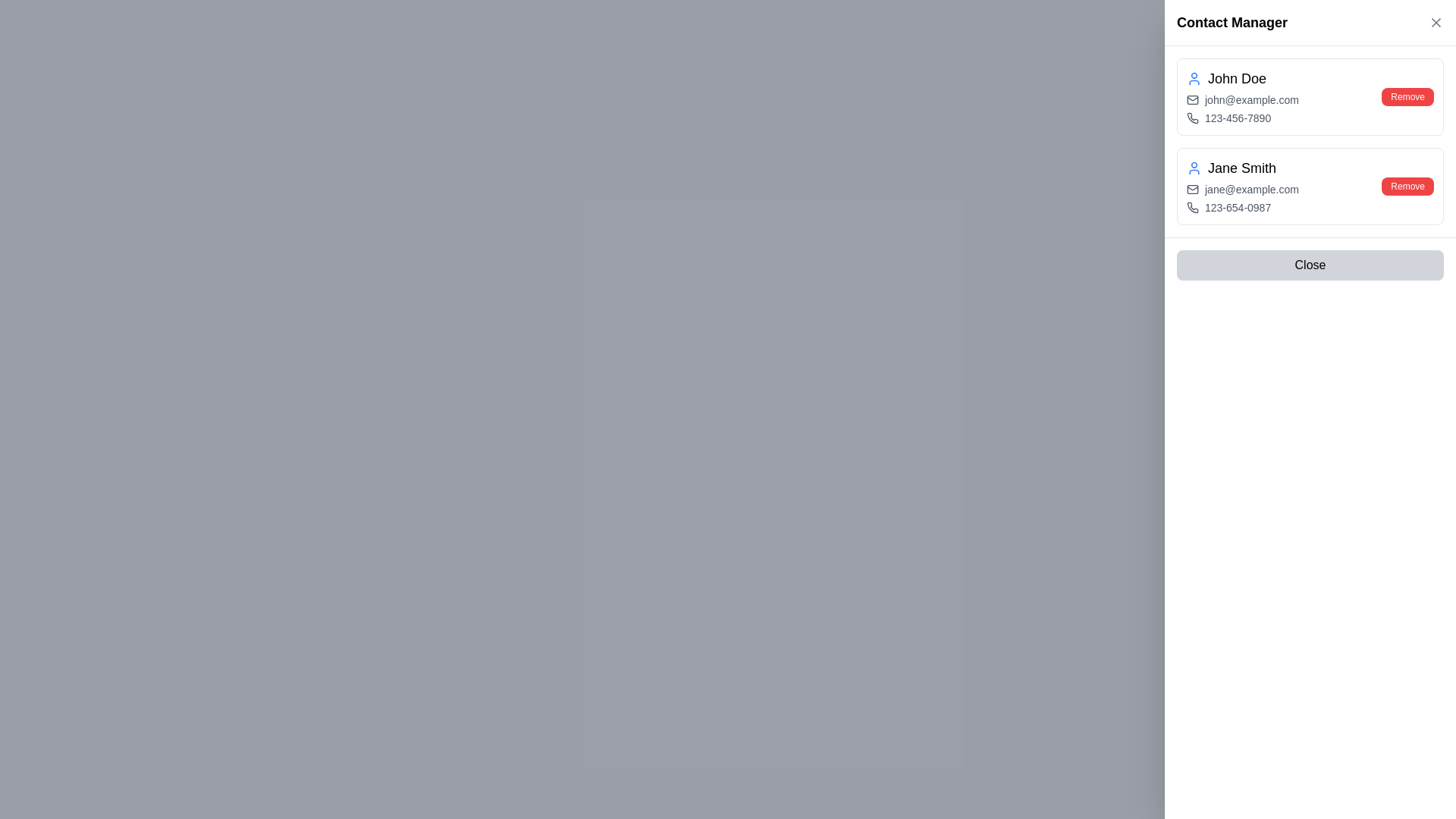  I want to click on the button that allows users to remove the contact entry for 'John Doe' from the contact list in the 'Contact Manager' interface to observe the hover effect, so click(1407, 96).